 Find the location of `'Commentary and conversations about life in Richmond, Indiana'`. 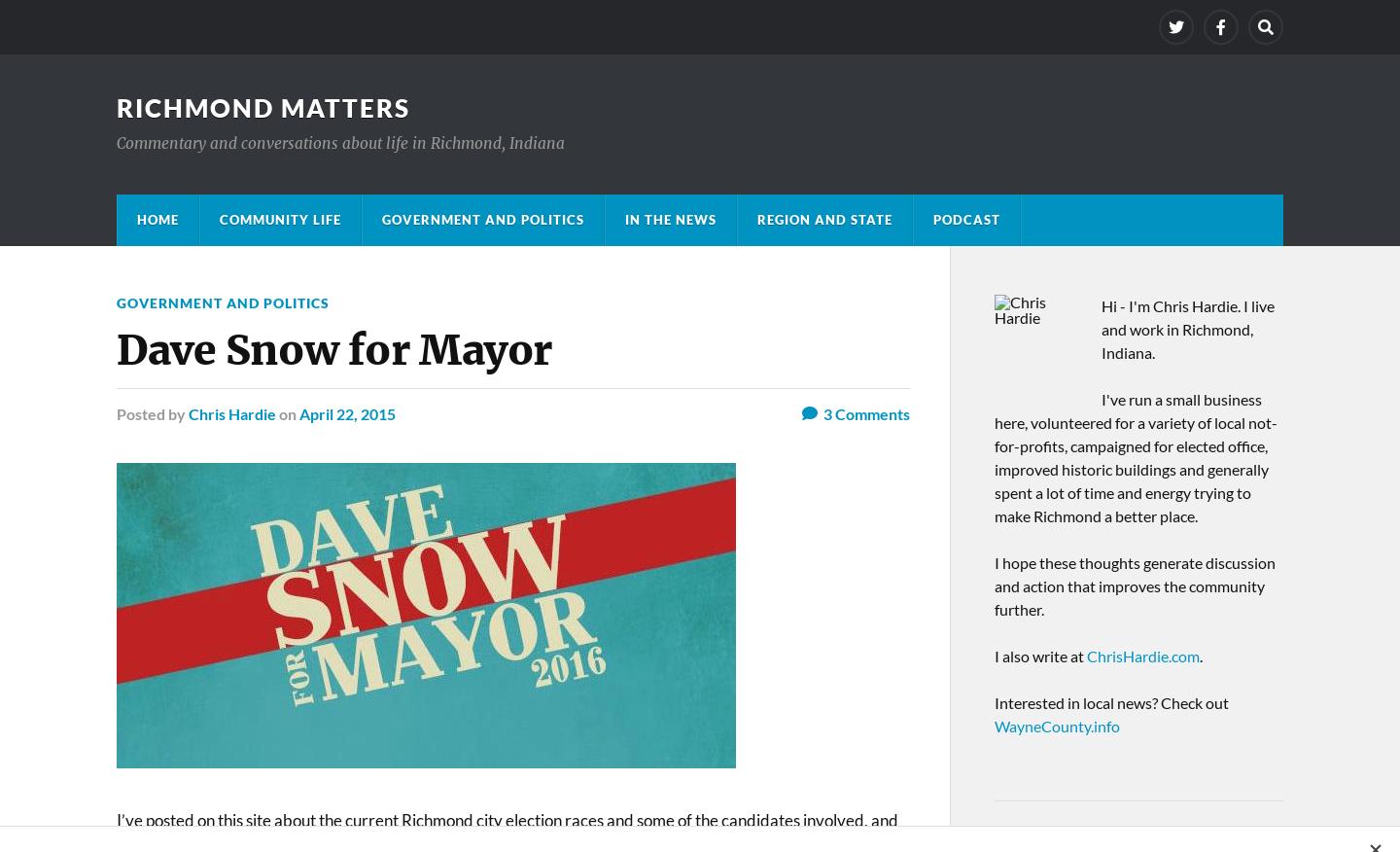

'Commentary and conversations about life in Richmond, Indiana' is located at coordinates (340, 142).